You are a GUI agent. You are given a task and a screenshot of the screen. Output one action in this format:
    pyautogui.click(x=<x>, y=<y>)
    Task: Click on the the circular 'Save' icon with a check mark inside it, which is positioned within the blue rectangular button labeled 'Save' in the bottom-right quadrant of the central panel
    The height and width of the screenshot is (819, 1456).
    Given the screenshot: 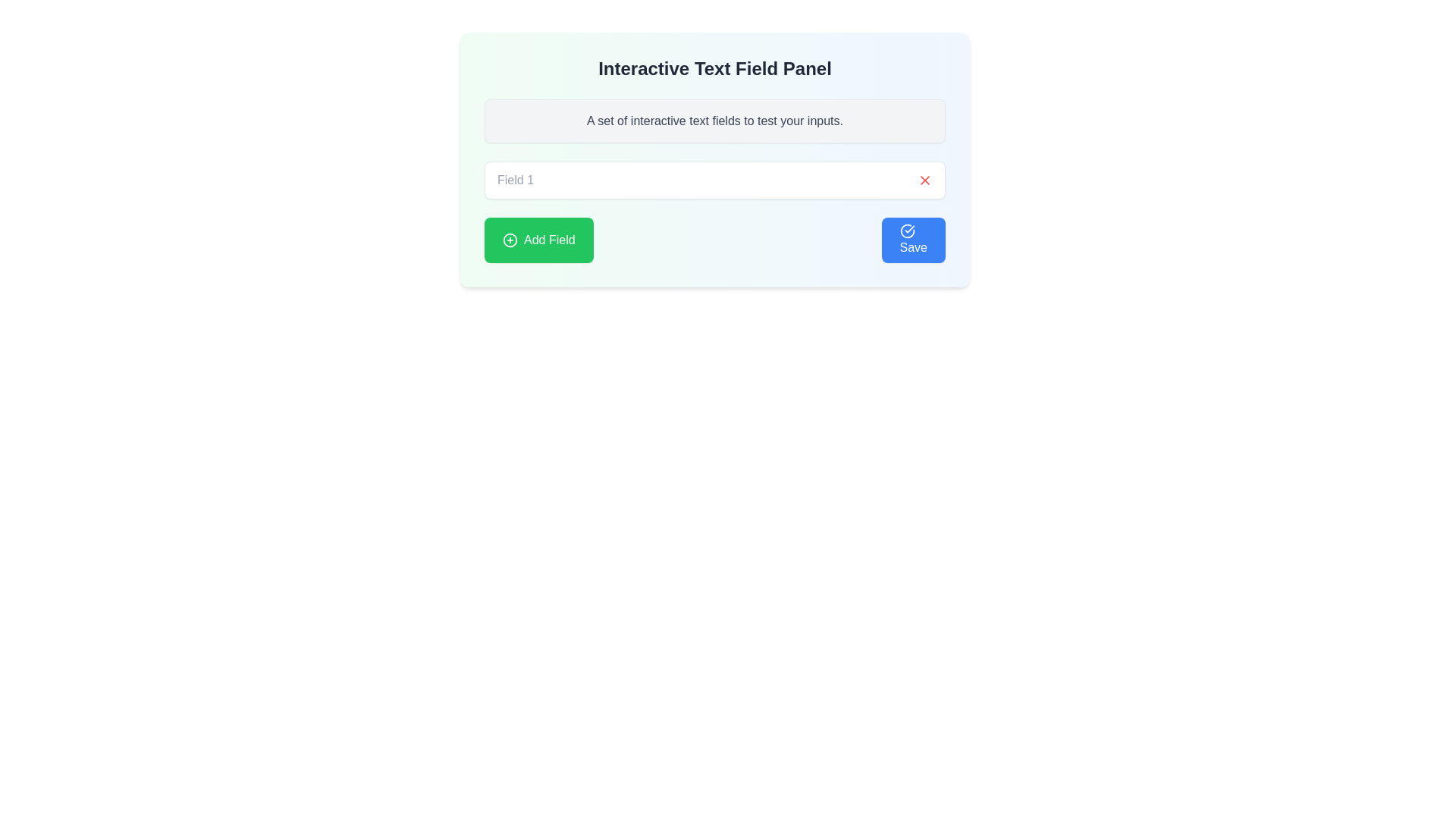 What is the action you would take?
    pyautogui.click(x=907, y=231)
    